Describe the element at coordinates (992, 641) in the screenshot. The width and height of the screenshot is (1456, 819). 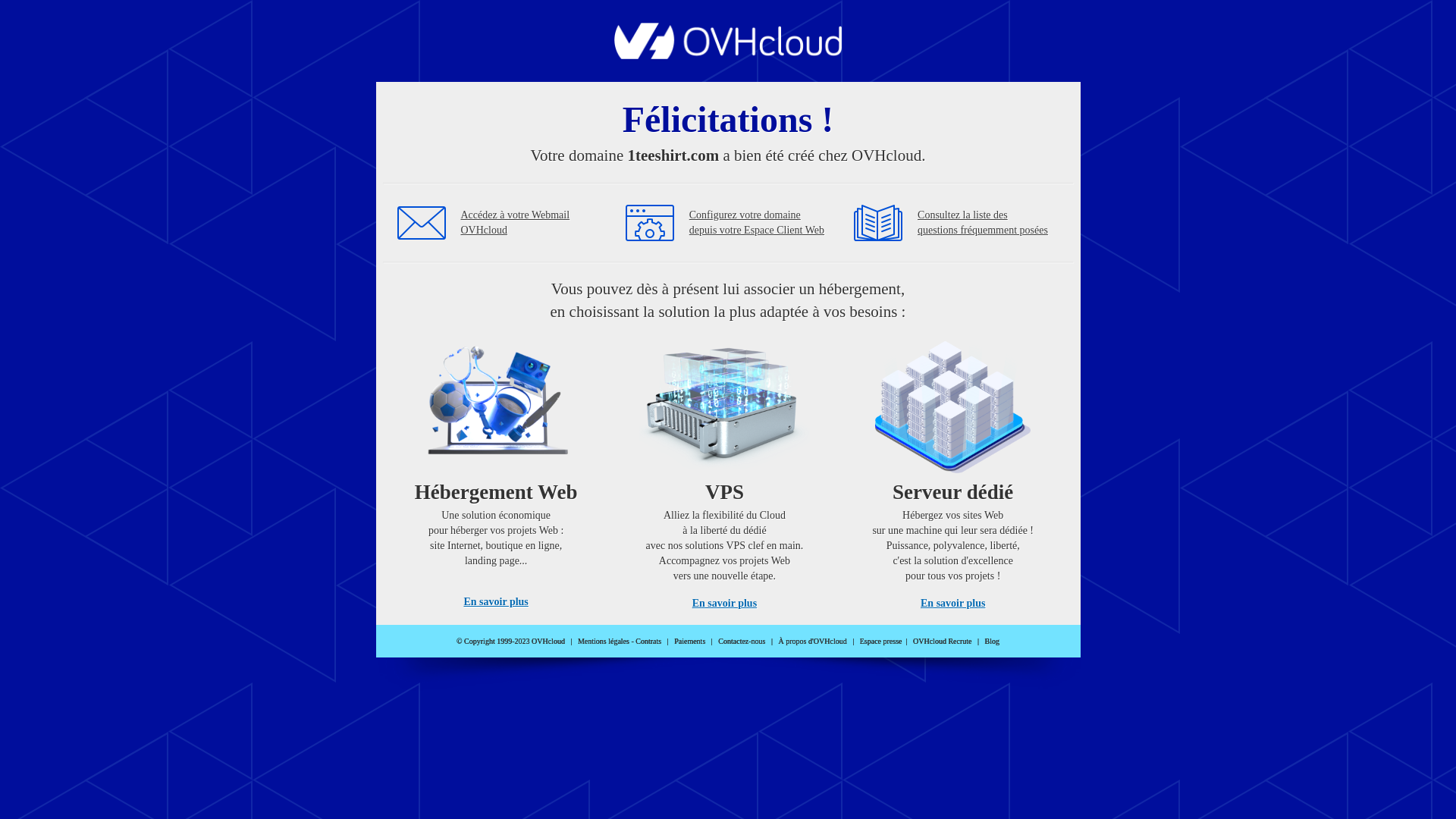
I see `'Blog'` at that location.